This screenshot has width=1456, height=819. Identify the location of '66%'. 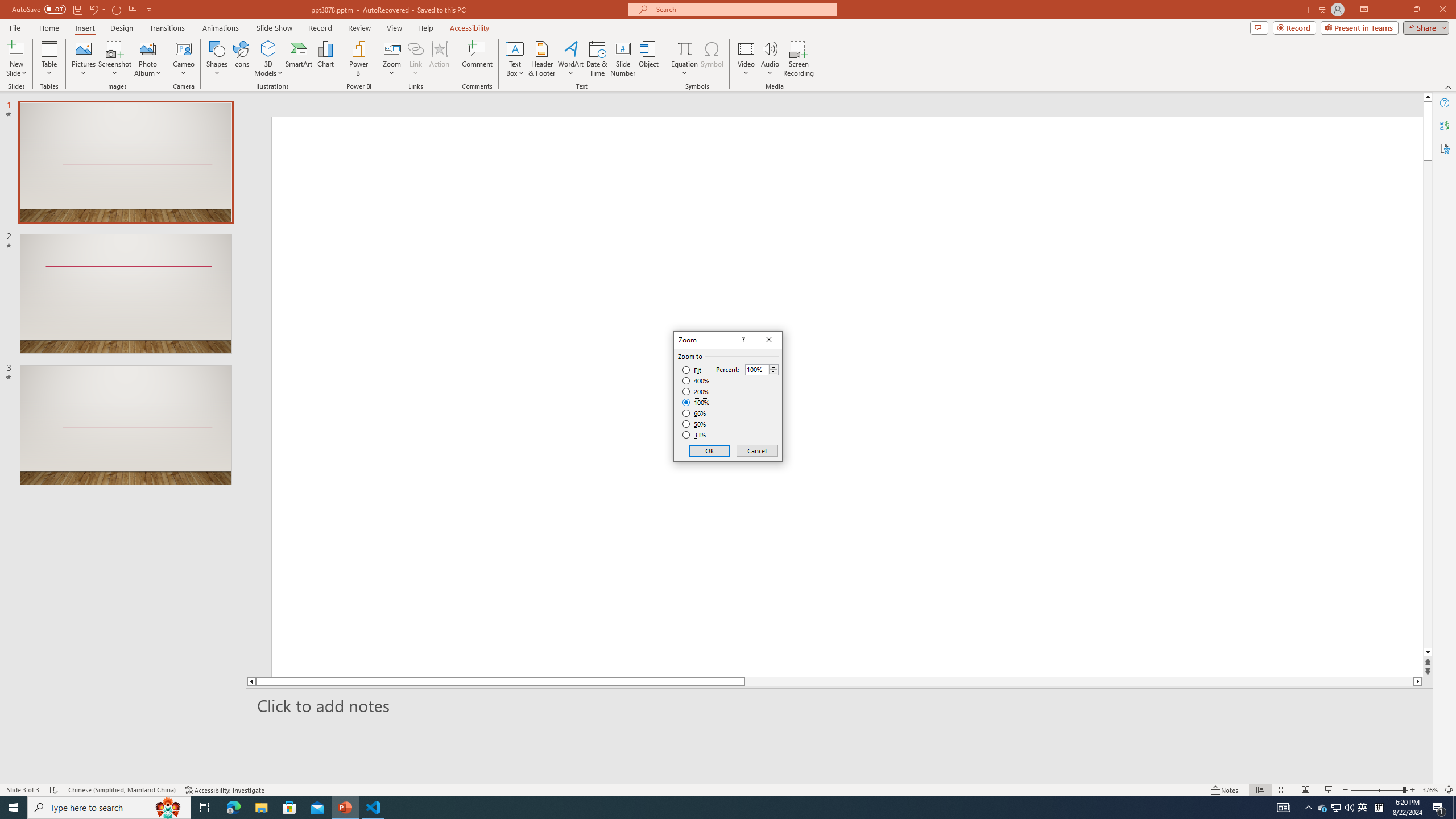
(695, 412).